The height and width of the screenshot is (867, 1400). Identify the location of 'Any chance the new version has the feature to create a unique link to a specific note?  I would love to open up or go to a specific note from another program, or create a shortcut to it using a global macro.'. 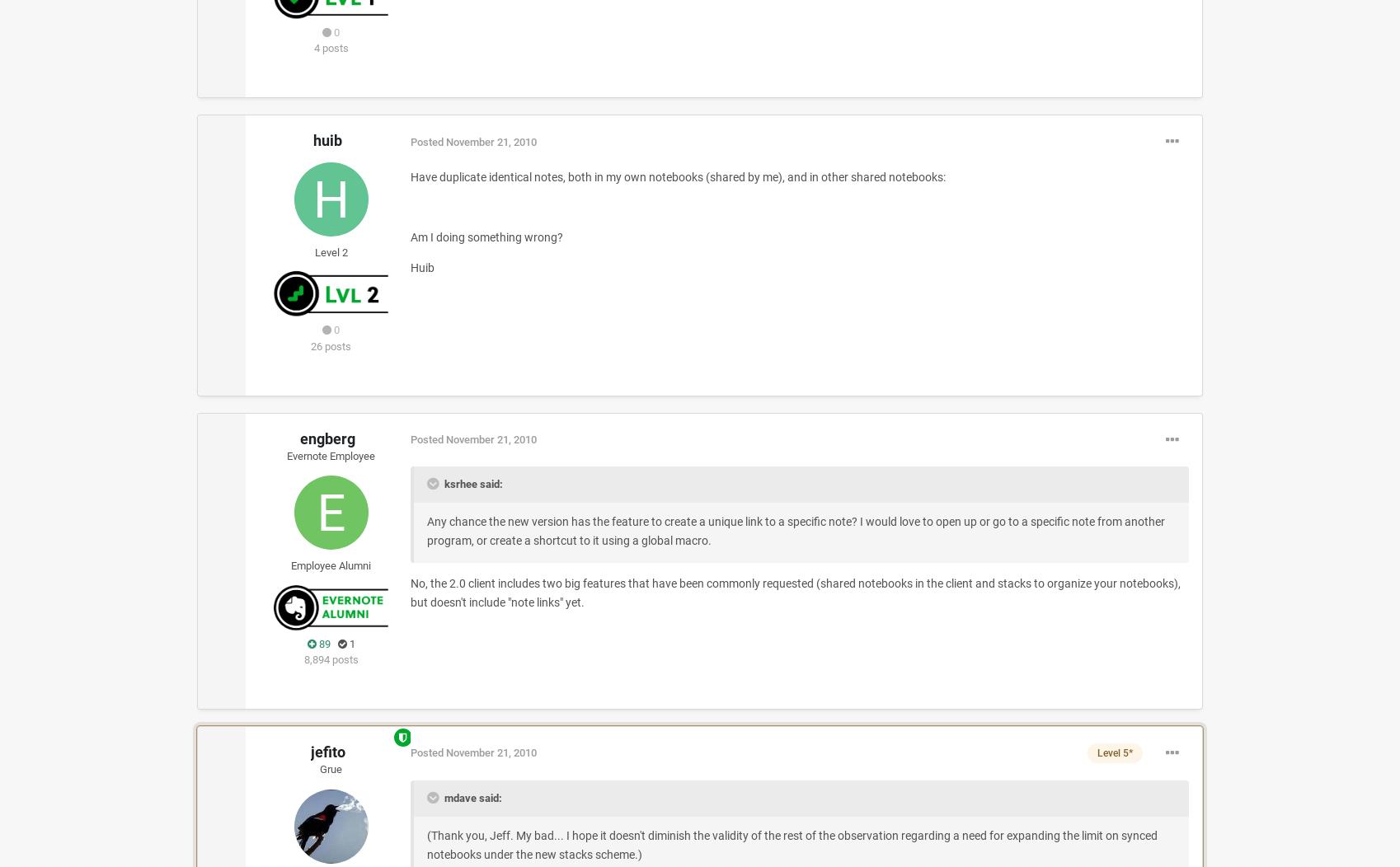
(794, 531).